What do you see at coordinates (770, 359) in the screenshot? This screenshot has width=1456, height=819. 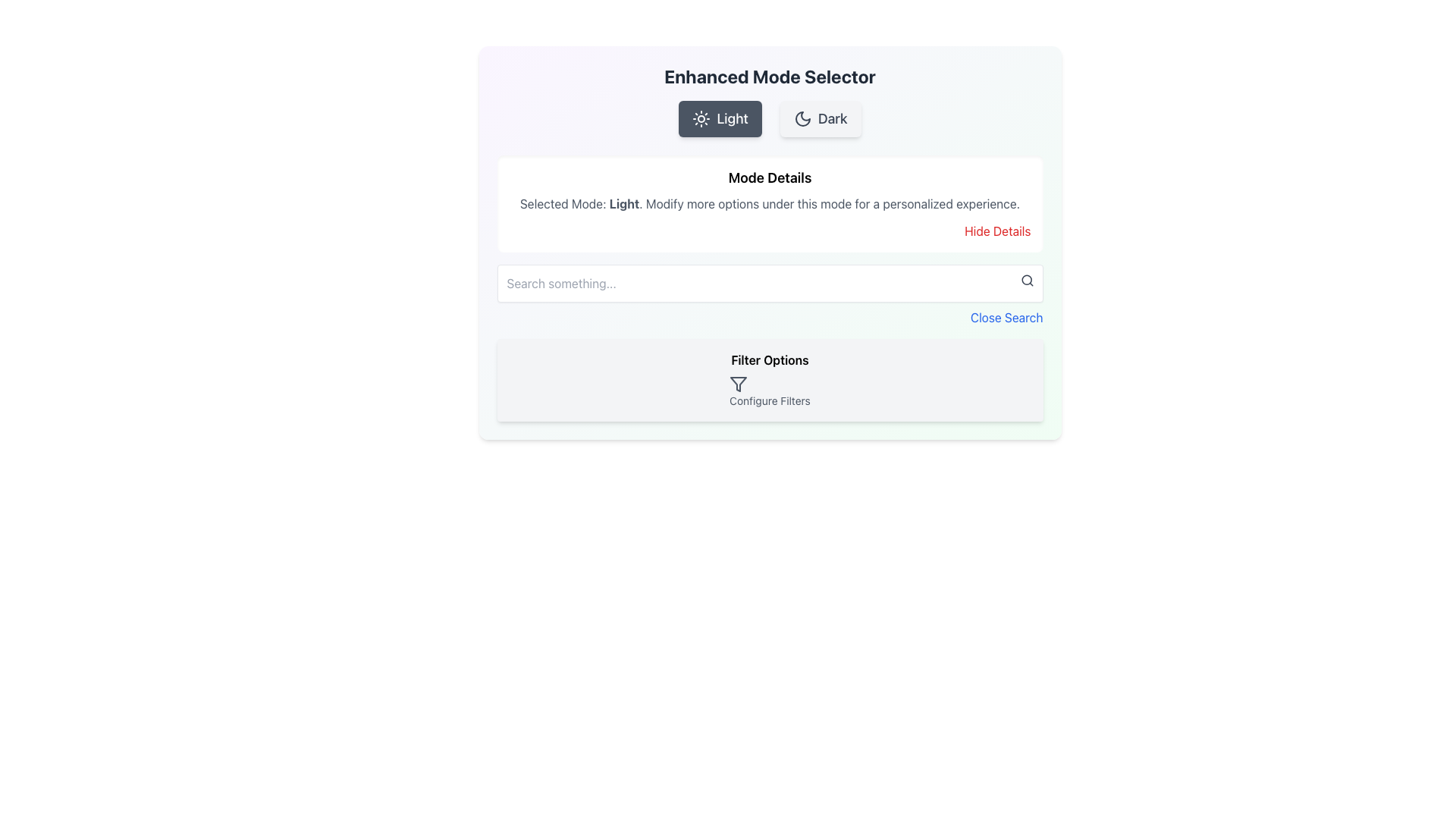 I see `the 'Filter Options' title text label which is located above the 'Configure Filters' link and associated icon in the 'Filter Options Configure Filters' section` at bounding box center [770, 359].